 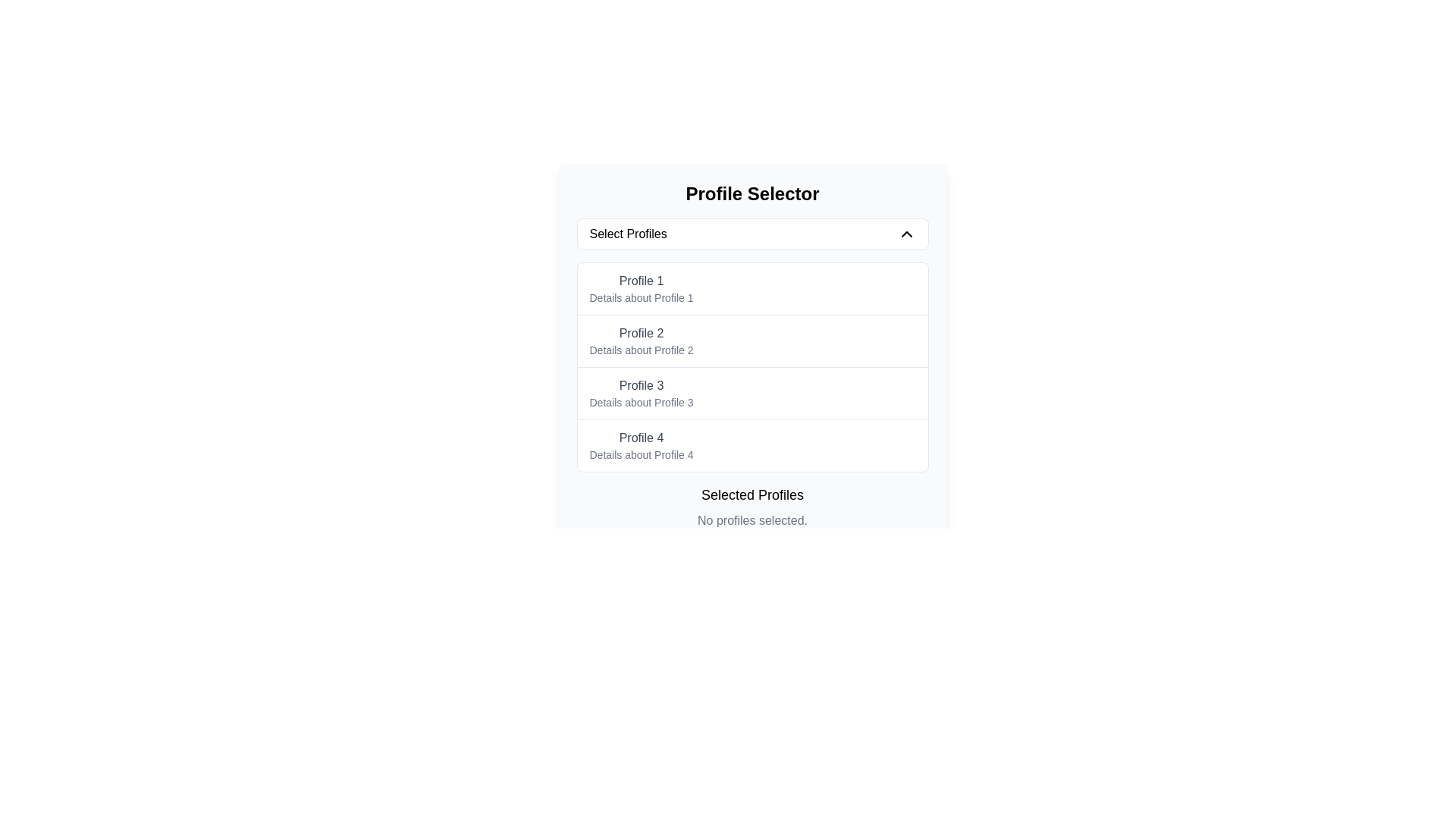 What do you see at coordinates (752, 444) in the screenshot?
I see `the selectable list item representing 'Profile 4' for keyboard interaction` at bounding box center [752, 444].